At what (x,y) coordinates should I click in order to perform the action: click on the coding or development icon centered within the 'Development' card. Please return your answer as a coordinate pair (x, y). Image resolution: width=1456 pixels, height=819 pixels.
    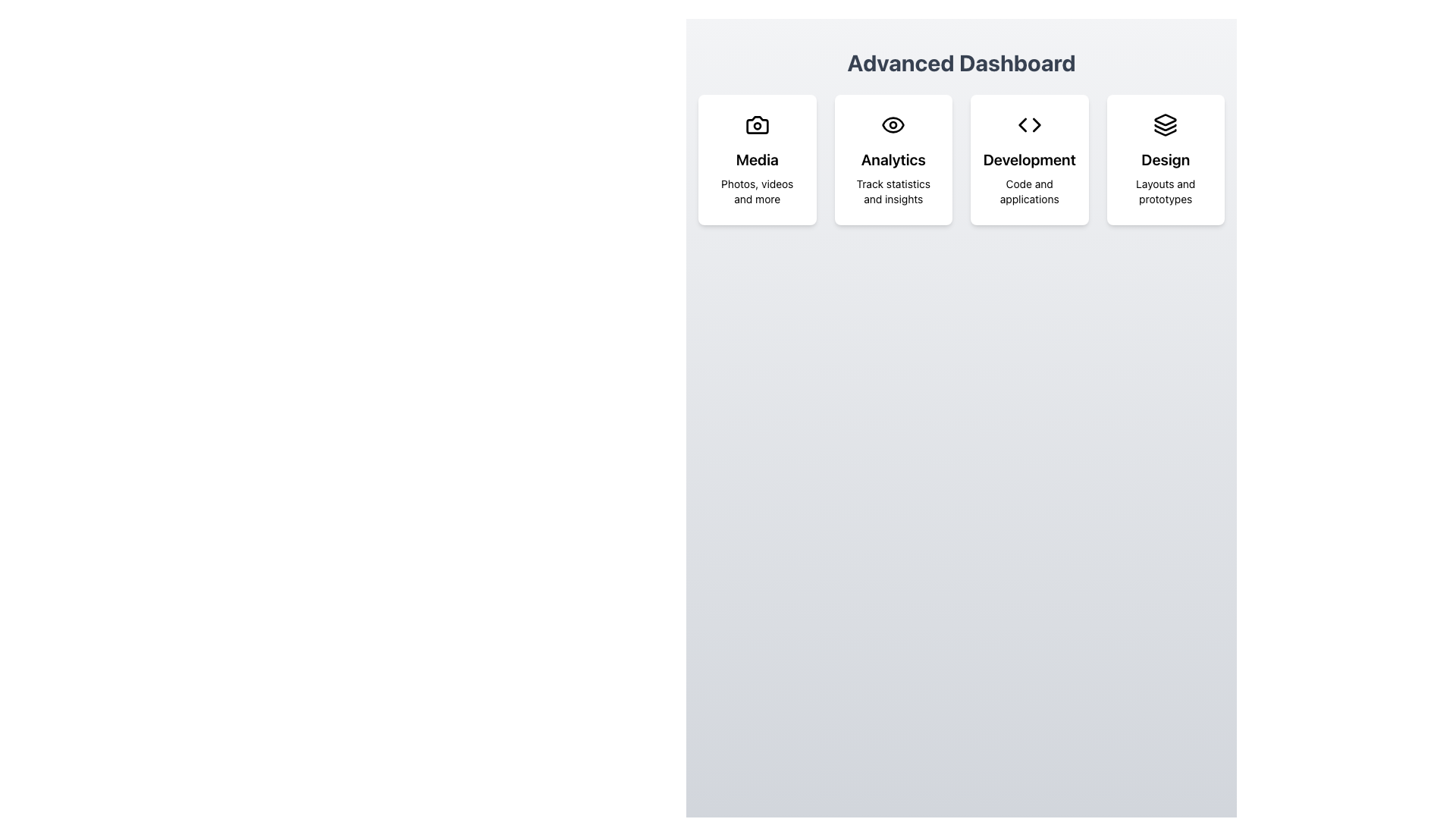
    Looking at the image, I should click on (1029, 124).